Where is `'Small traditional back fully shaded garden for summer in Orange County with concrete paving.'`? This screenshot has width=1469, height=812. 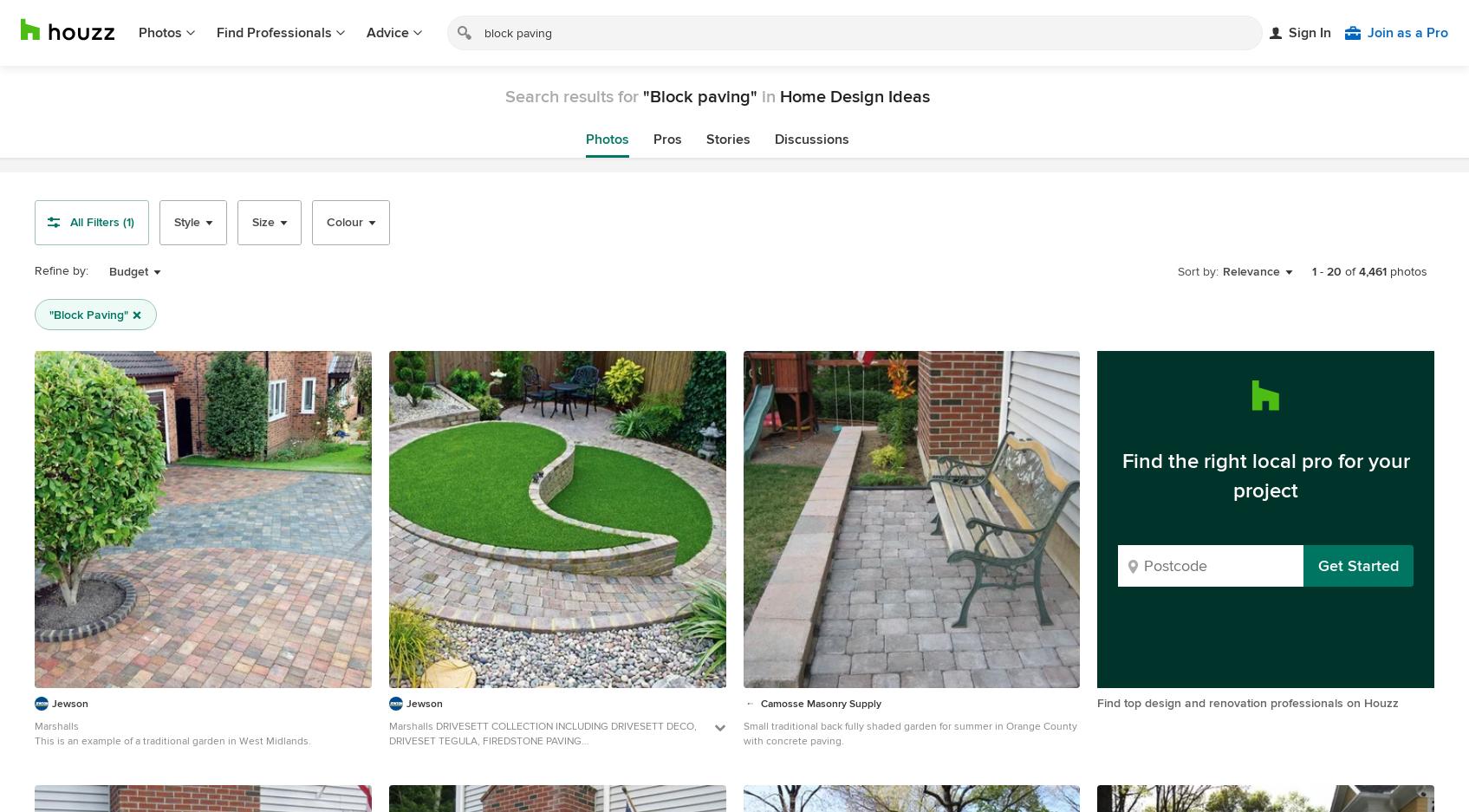 'Small traditional back fully shaded garden for summer in Orange County with concrete paving.' is located at coordinates (909, 733).